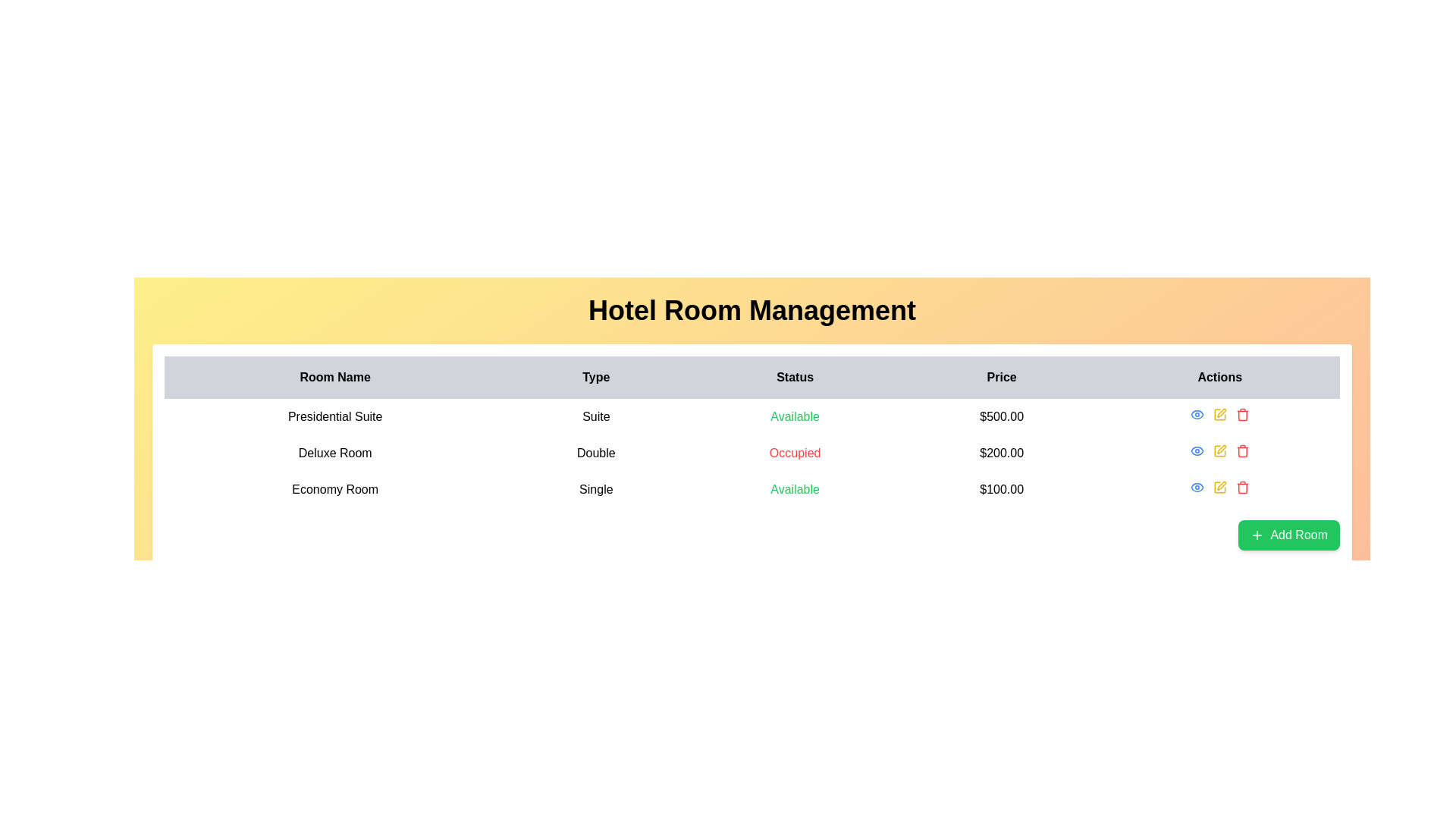  What do you see at coordinates (595, 452) in the screenshot?
I see `the 'Double' text label in the 'Type' column of the 'Deluxe Room' row in the hotel room management table` at bounding box center [595, 452].